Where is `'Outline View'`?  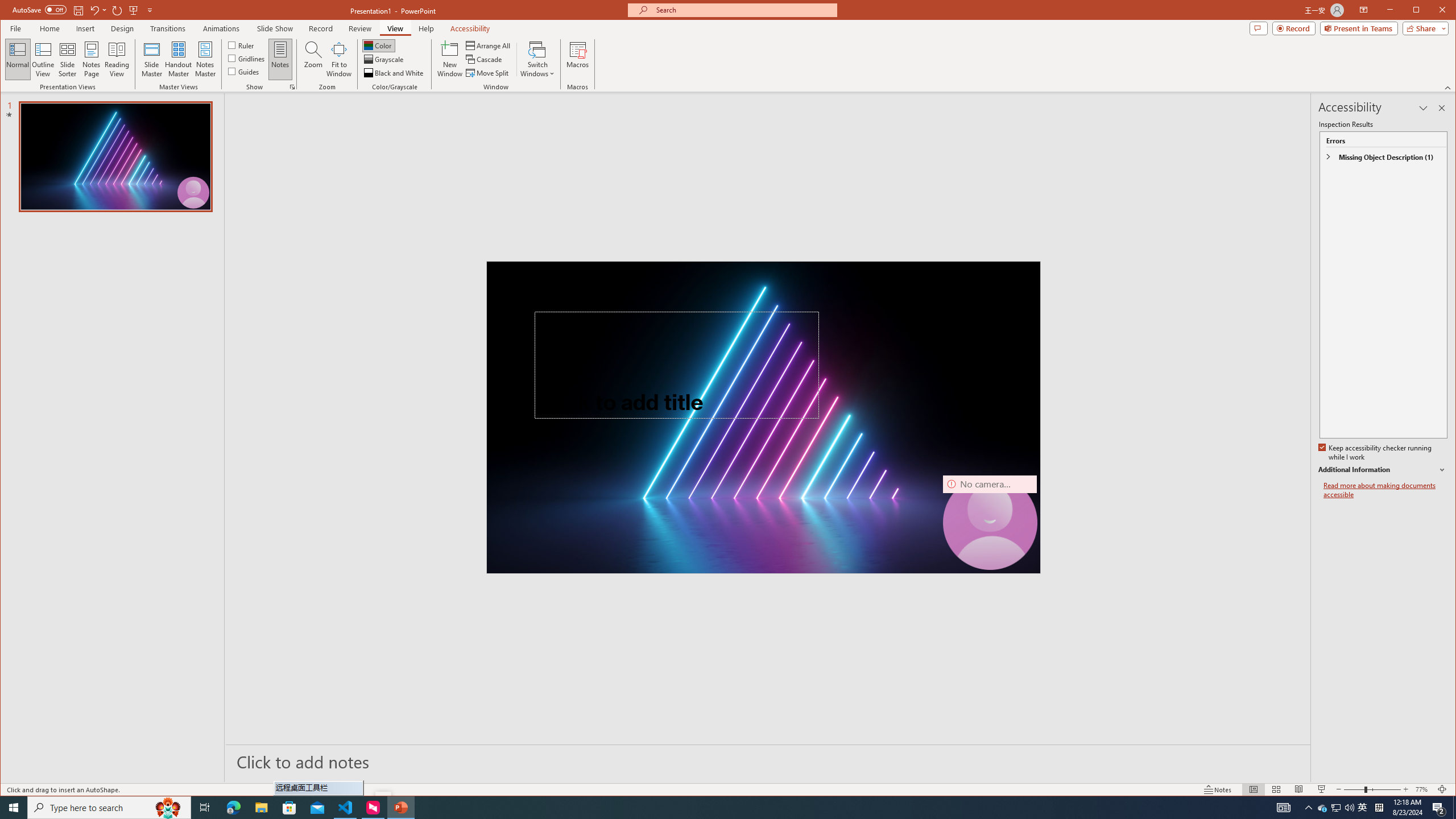 'Outline View' is located at coordinates (42, 59).